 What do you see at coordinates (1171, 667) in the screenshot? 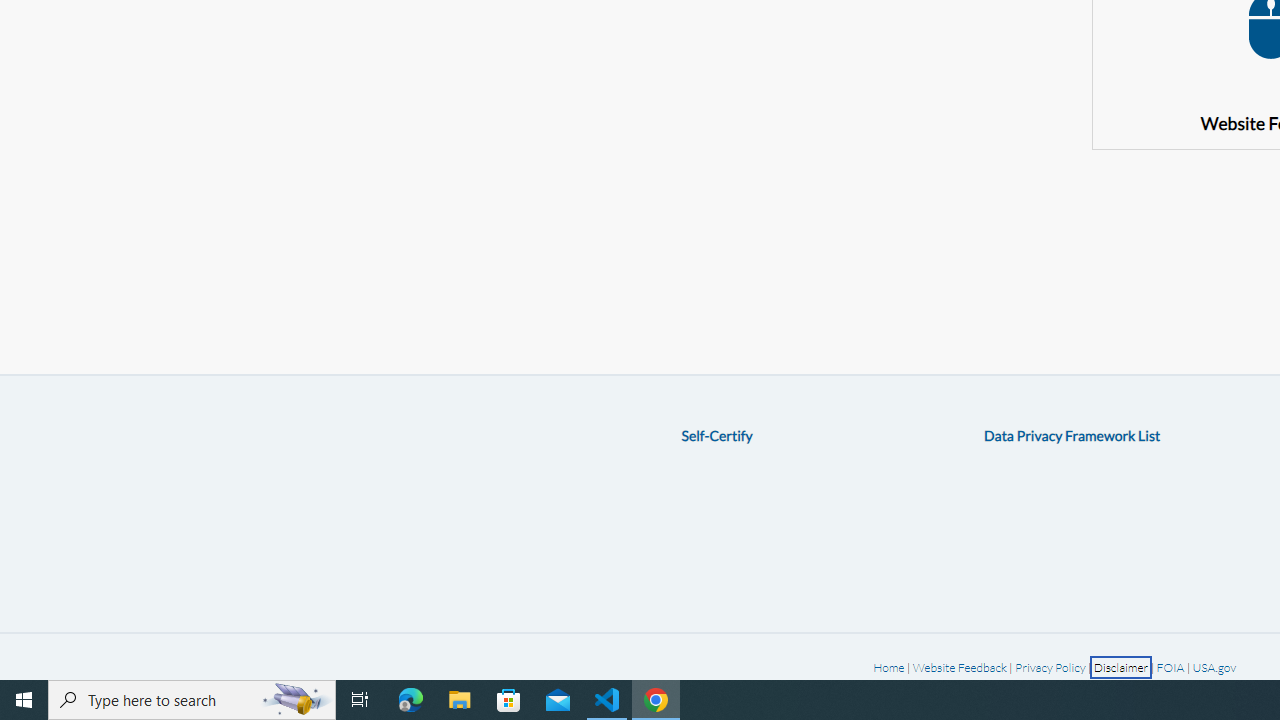
I see `'FOIA '` at bounding box center [1171, 667].